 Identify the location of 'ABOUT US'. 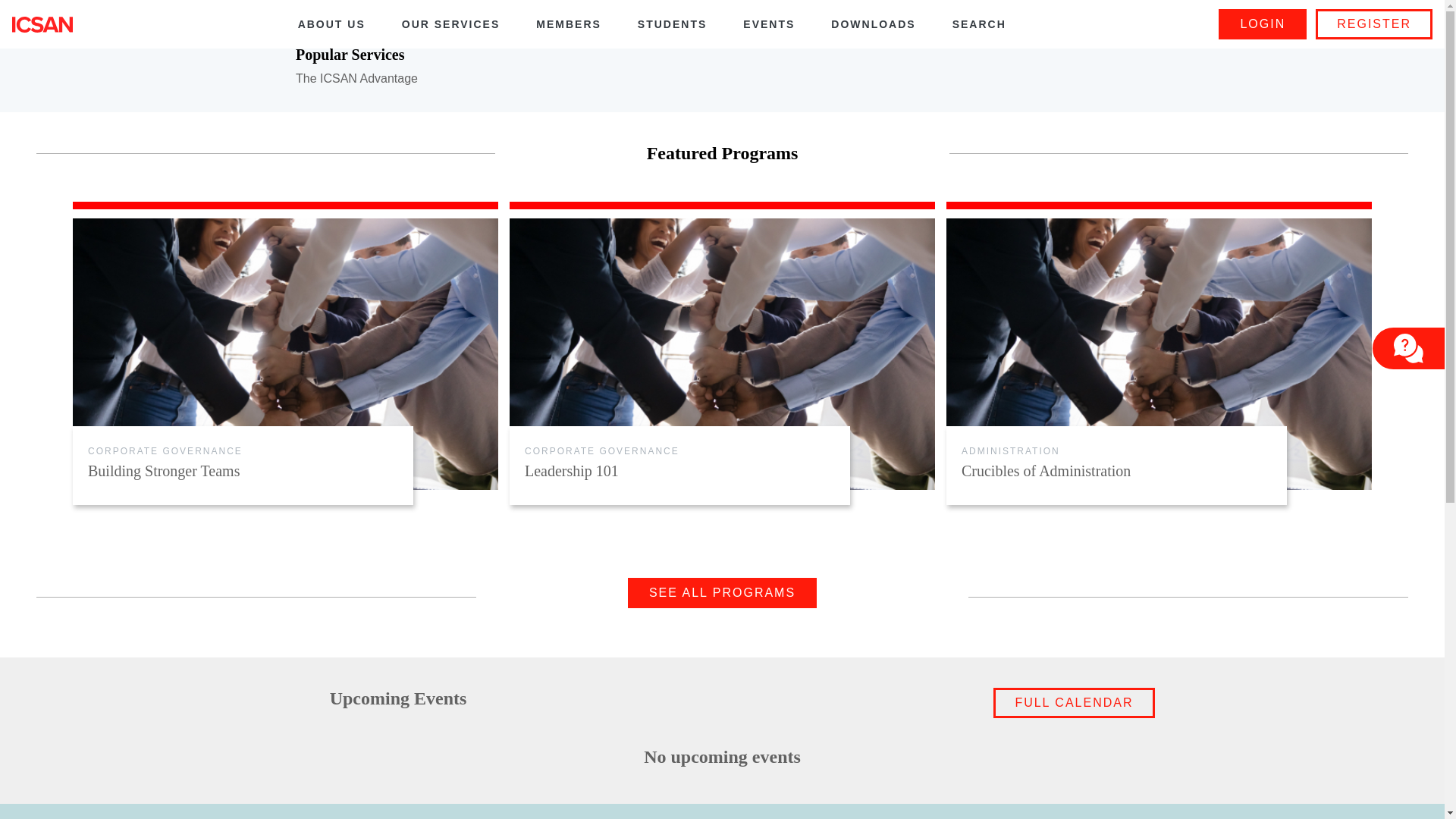
(331, 24).